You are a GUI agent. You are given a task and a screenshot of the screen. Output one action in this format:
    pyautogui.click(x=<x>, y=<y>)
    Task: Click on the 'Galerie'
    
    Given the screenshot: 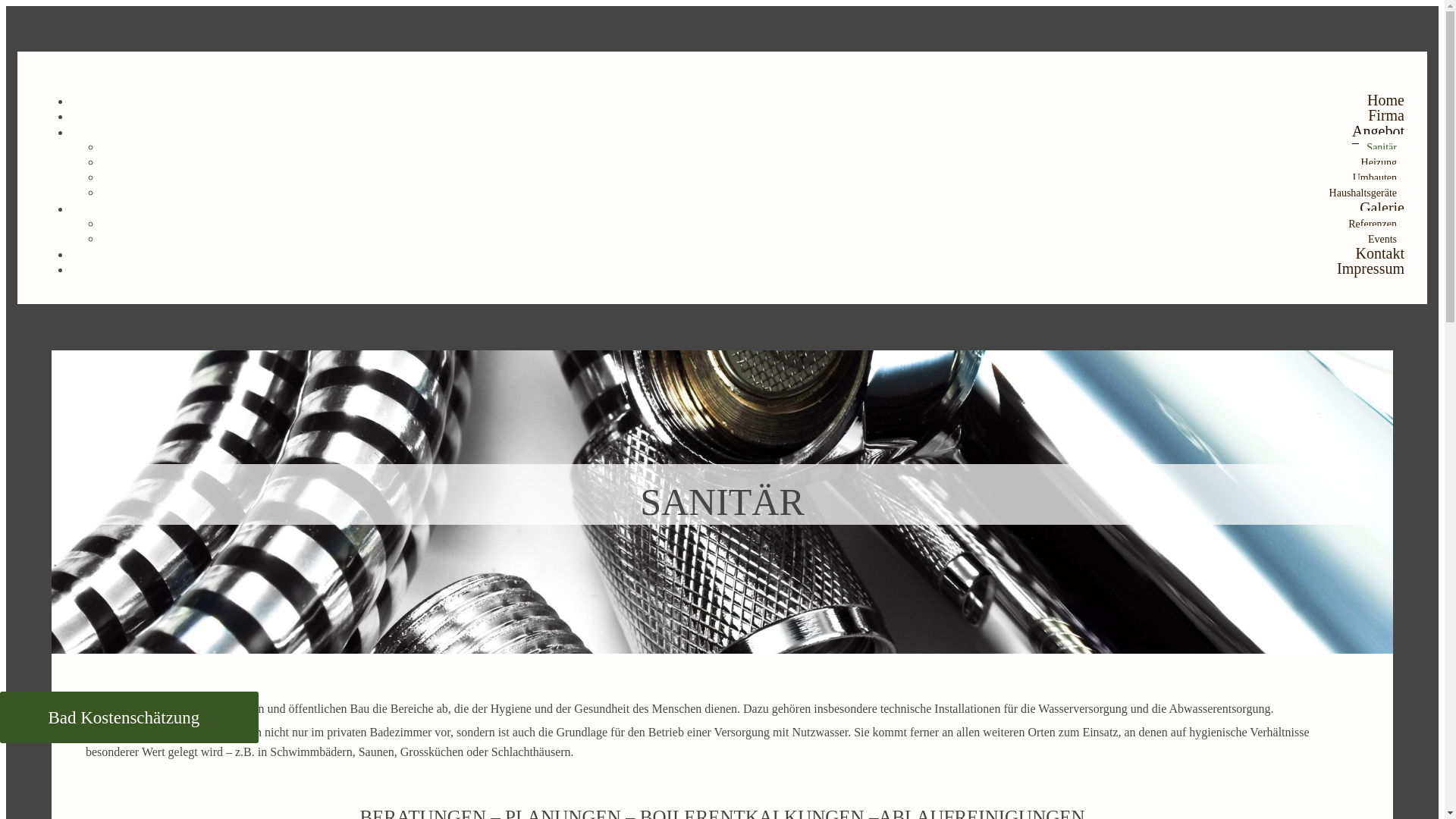 What is the action you would take?
    pyautogui.click(x=1382, y=208)
    